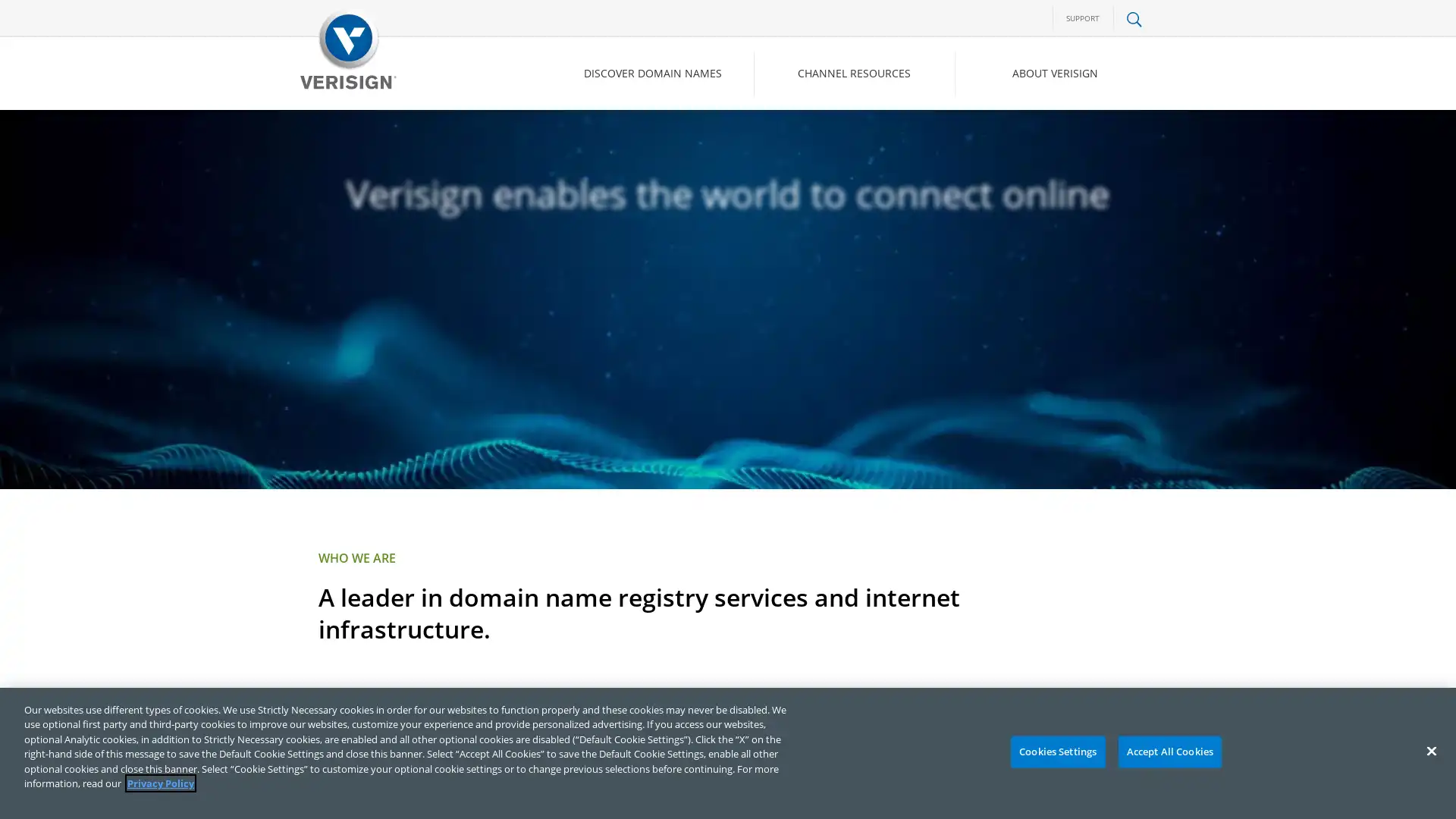 The image size is (1456, 819). Describe the element at coordinates (1169, 752) in the screenshot. I see `Accept All Cookies` at that location.